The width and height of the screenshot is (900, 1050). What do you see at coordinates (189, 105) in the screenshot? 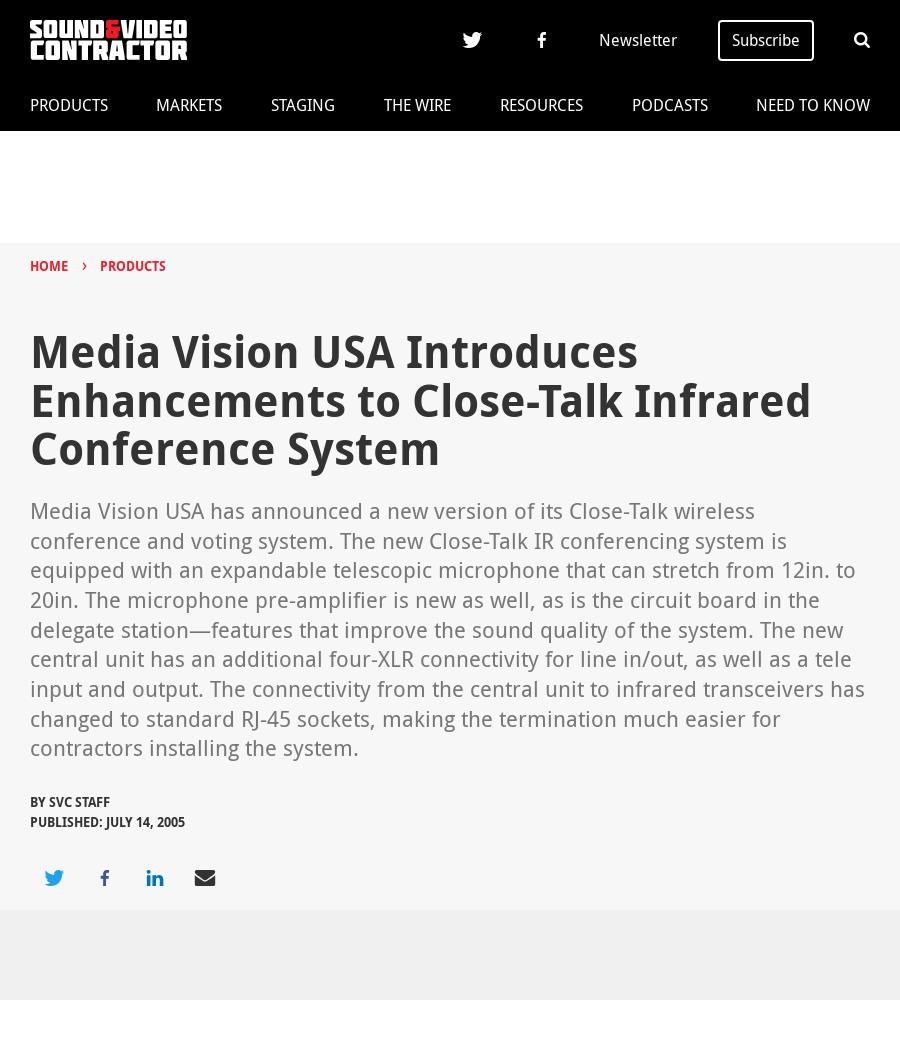
I see `'Markets'` at bounding box center [189, 105].